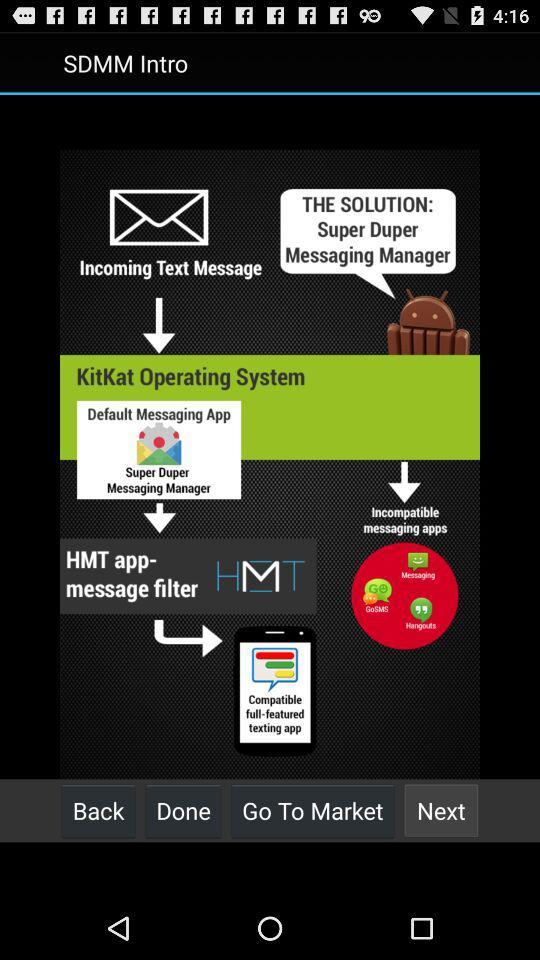 The height and width of the screenshot is (960, 540). Describe the element at coordinates (270, 464) in the screenshot. I see `icon at the center` at that location.